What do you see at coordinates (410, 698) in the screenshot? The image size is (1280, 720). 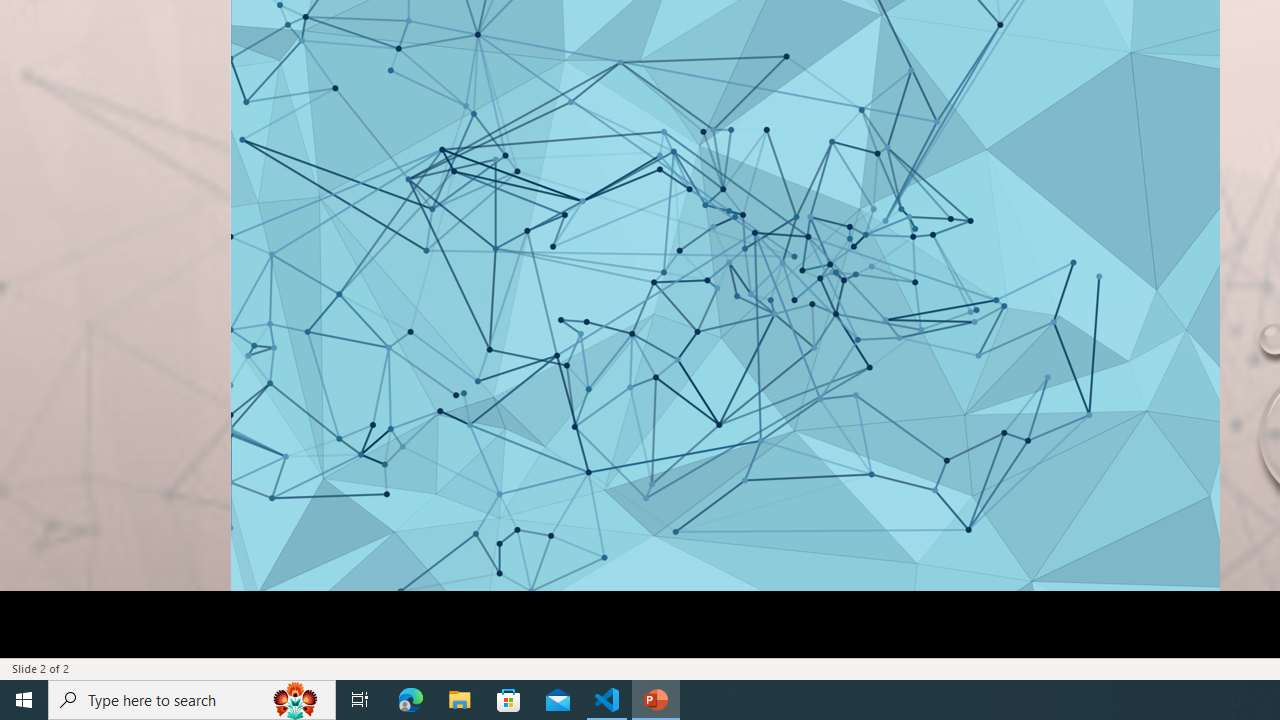 I see `'Microsoft Edge'` at bounding box center [410, 698].